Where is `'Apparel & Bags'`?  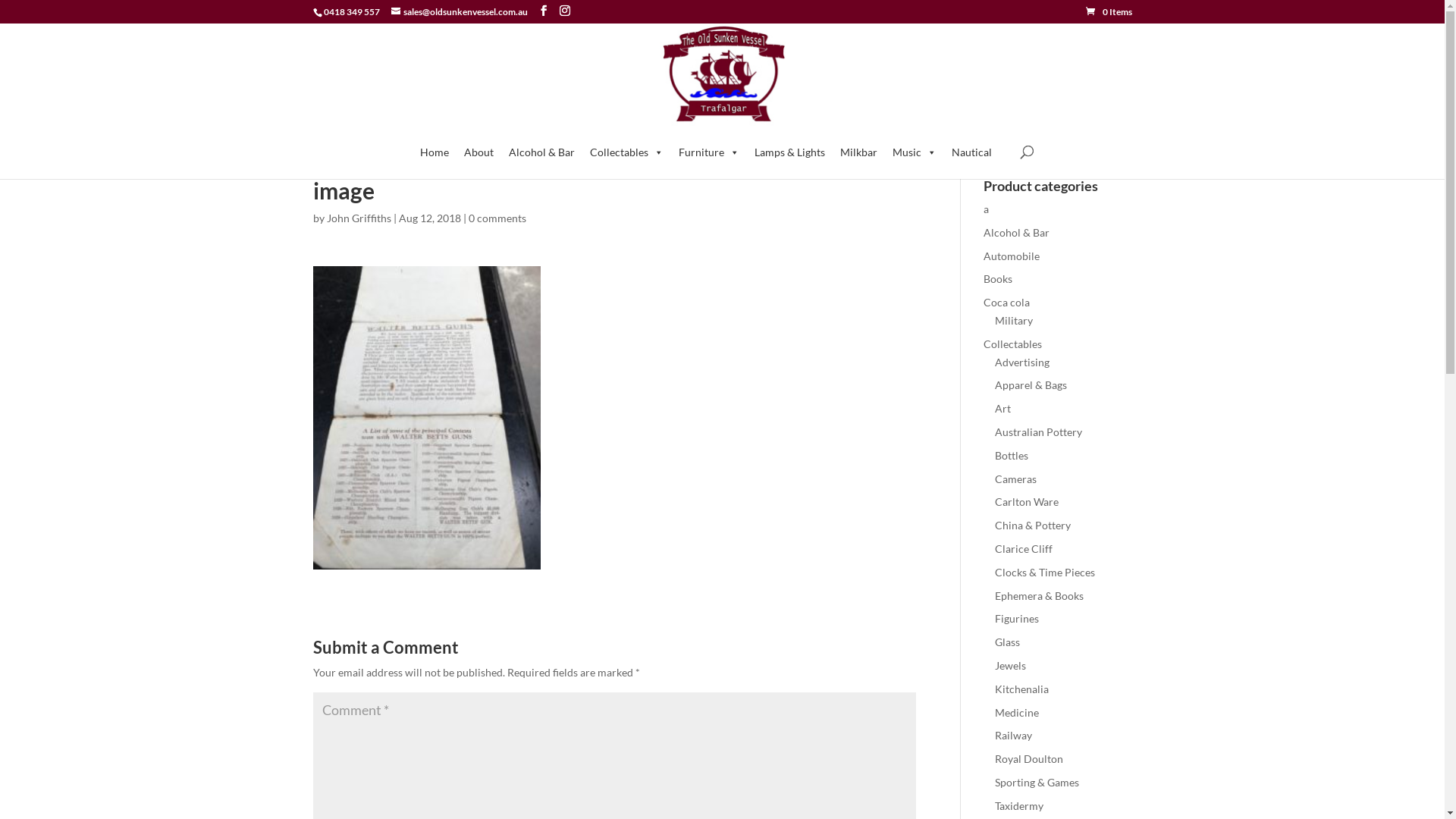
'Apparel & Bags' is located at coordinates (1031, 384).